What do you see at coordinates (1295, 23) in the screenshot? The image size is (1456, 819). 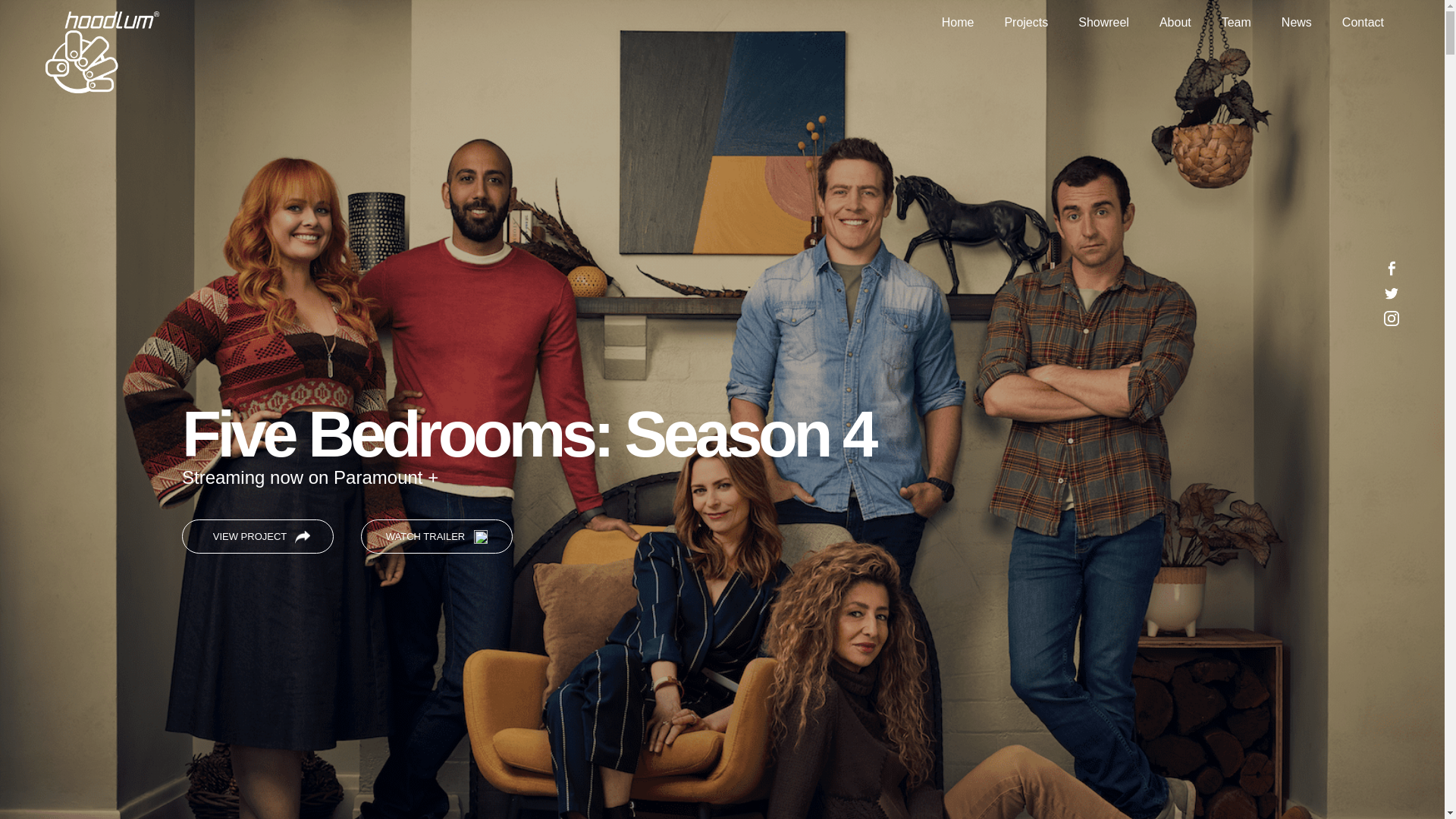 I see `'News'` at bounding box center [1295, 23].